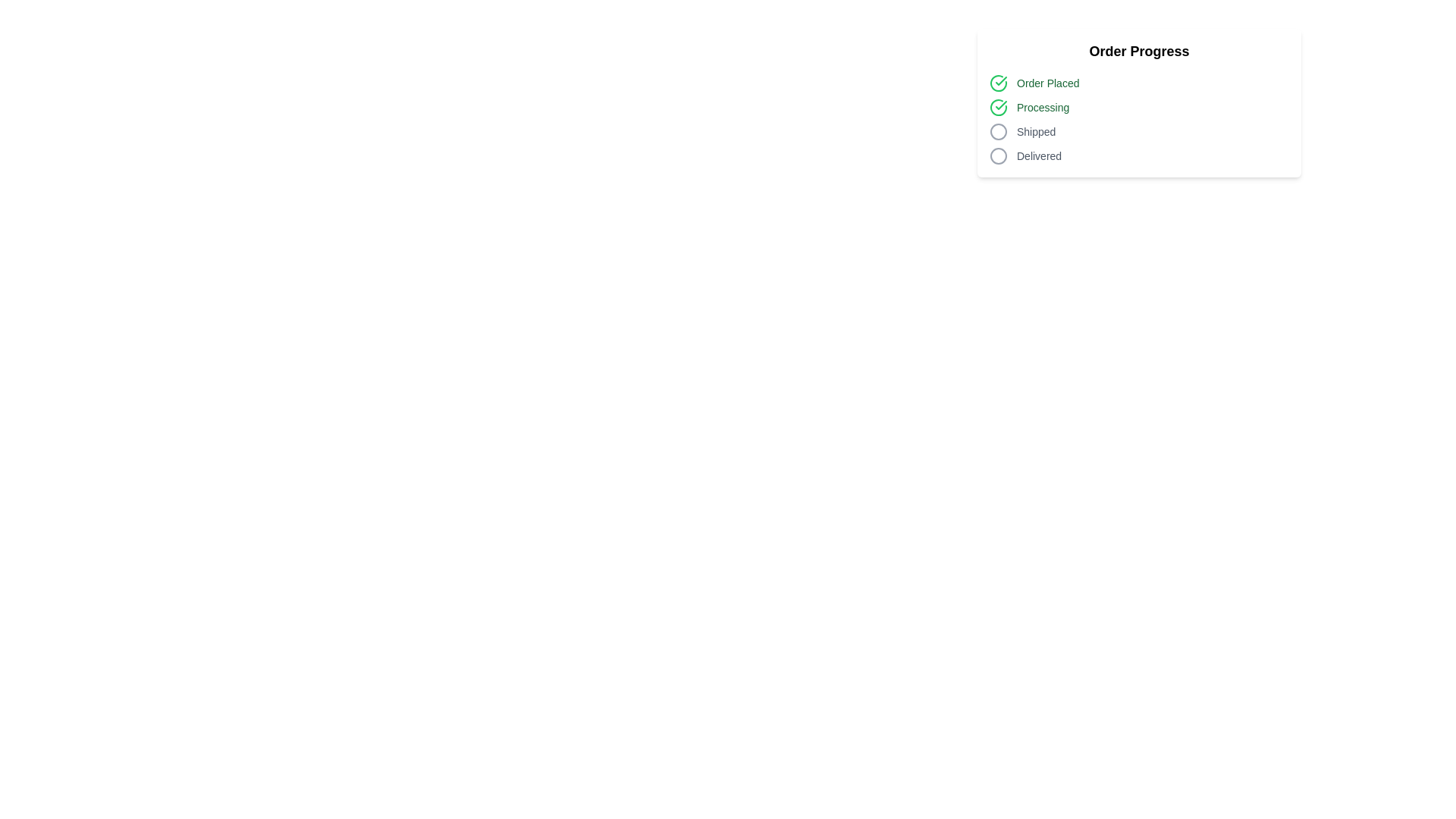 This screenshot has height=819, width=1456. I want to click on the 'Processing' status indicator in the Status Indicator Row, which is the second item under the 'Order Progress' title, to associate the status with its completion indicator, so click(1139, 107).